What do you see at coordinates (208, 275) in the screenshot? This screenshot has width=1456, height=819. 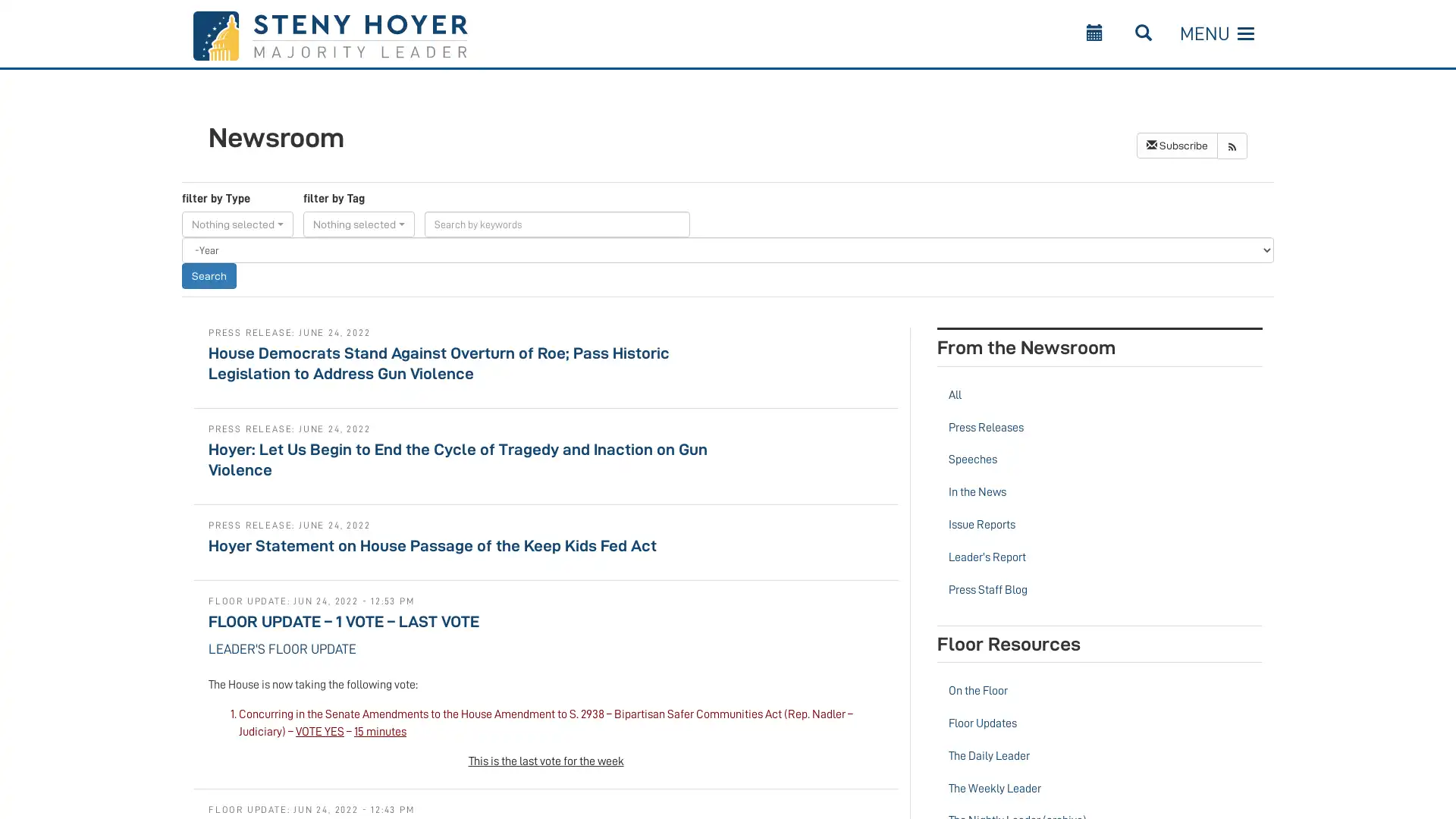 I see `Search` at bounding box center [208, 275].